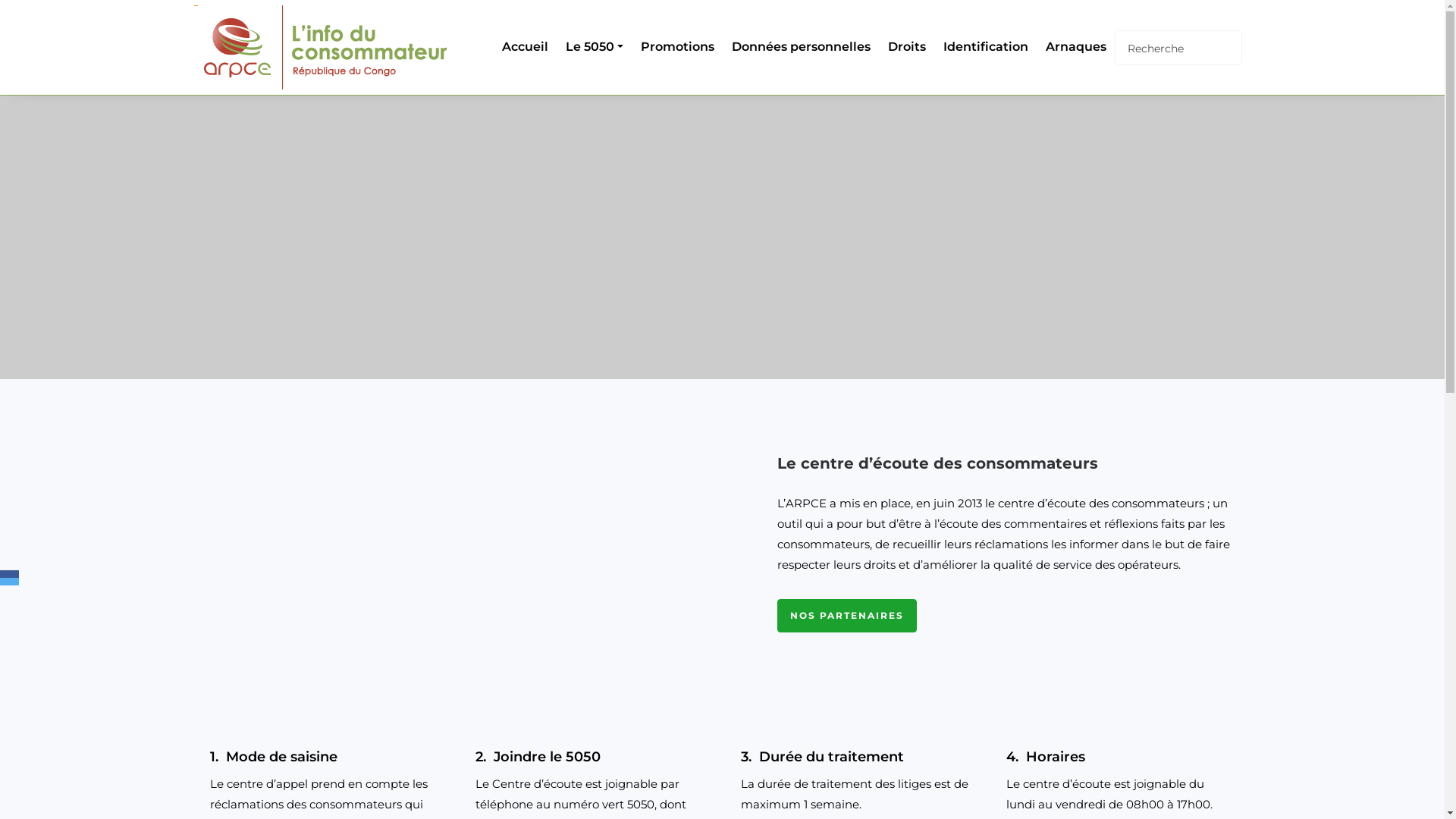  Describe the element at coordinates (846, 616) in the screenshot. I see `'NOS PARTENAIRES'` at that location.